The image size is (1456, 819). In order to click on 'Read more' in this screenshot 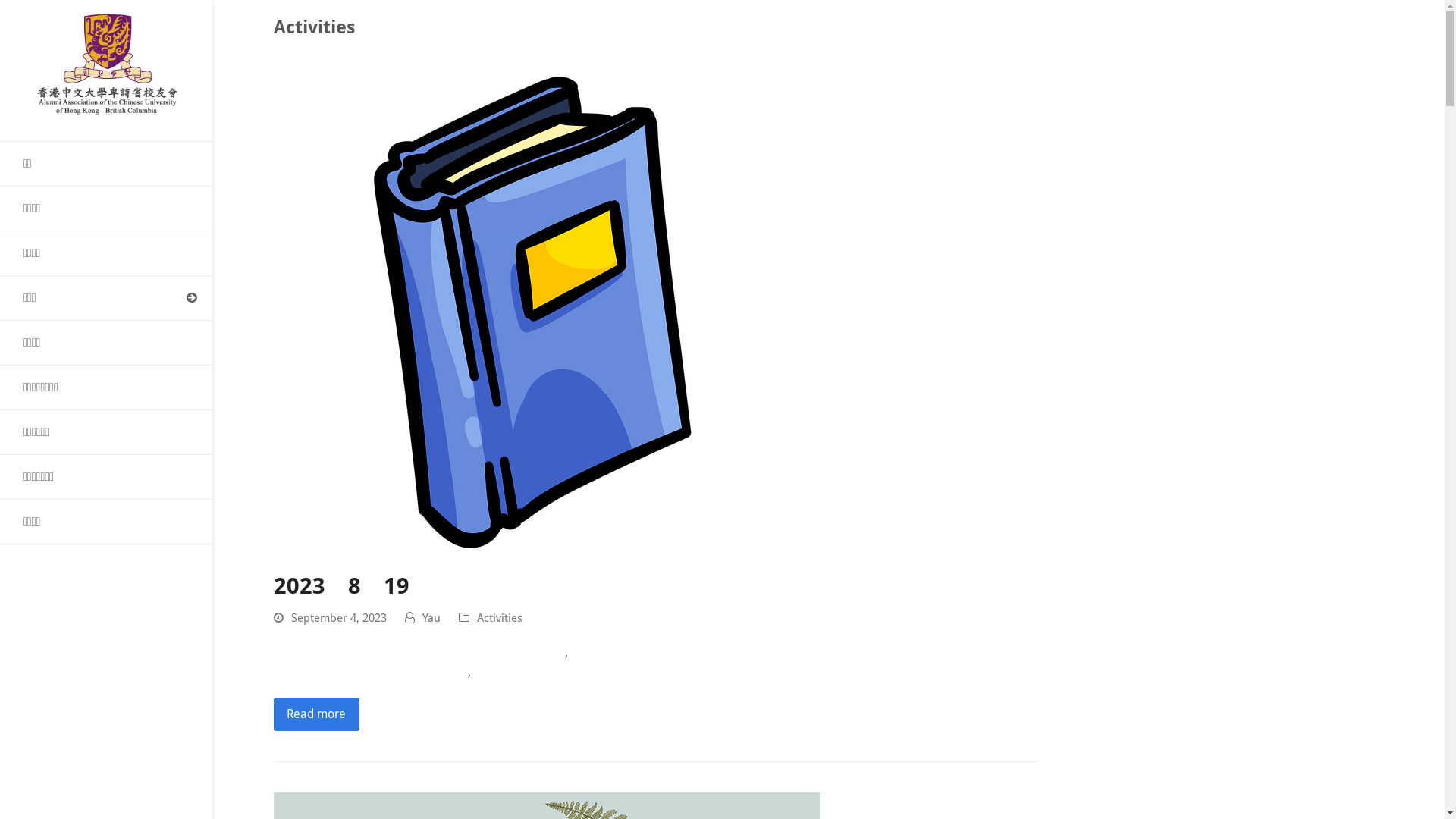, I will do `click(315, 714)`.